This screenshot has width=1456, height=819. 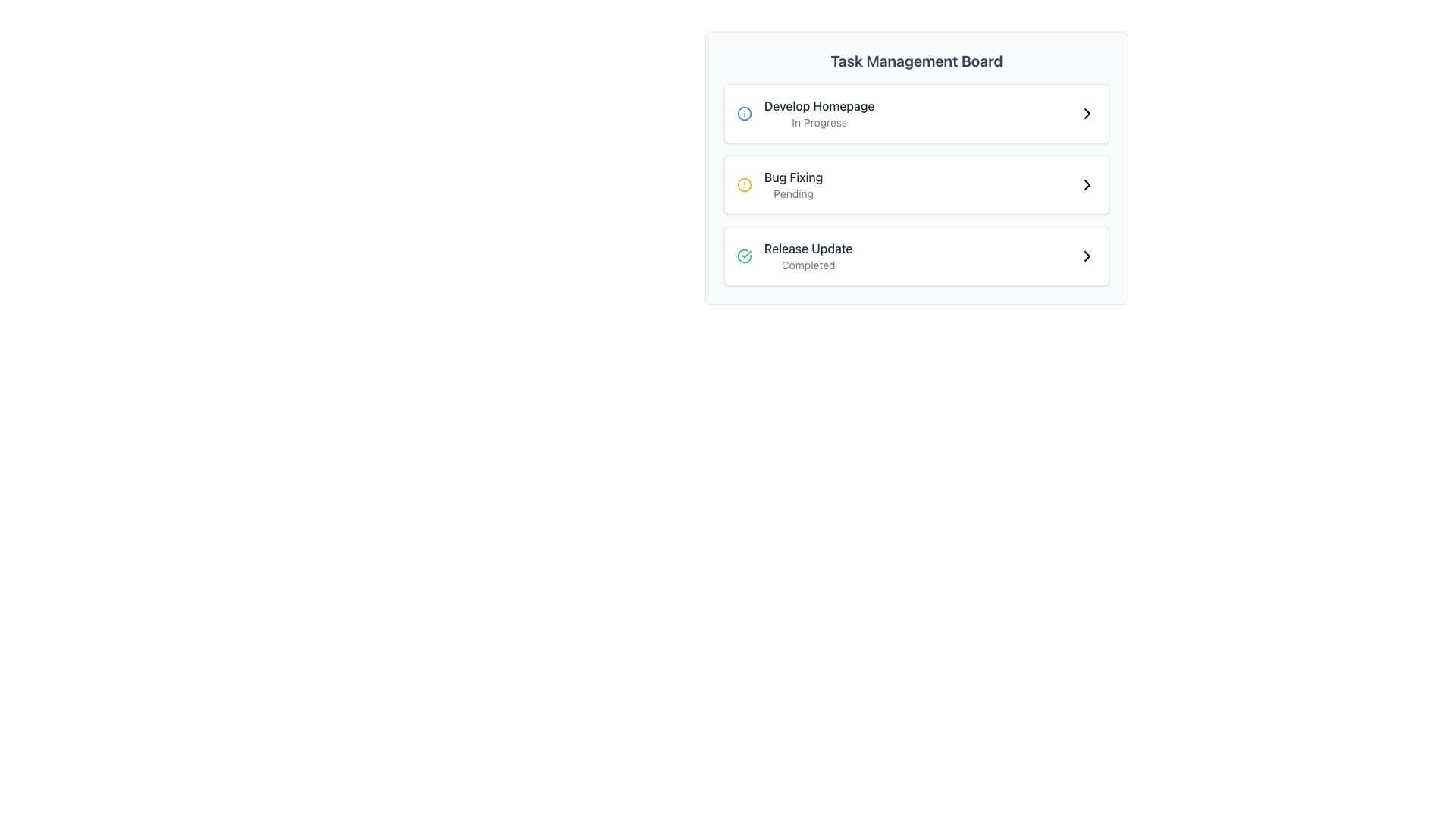 I want to click on status text displayed in the text label that says 'In Progress' located under the title 'Develop Homepage' in the Task Management Board, so click(x=818, y=122).